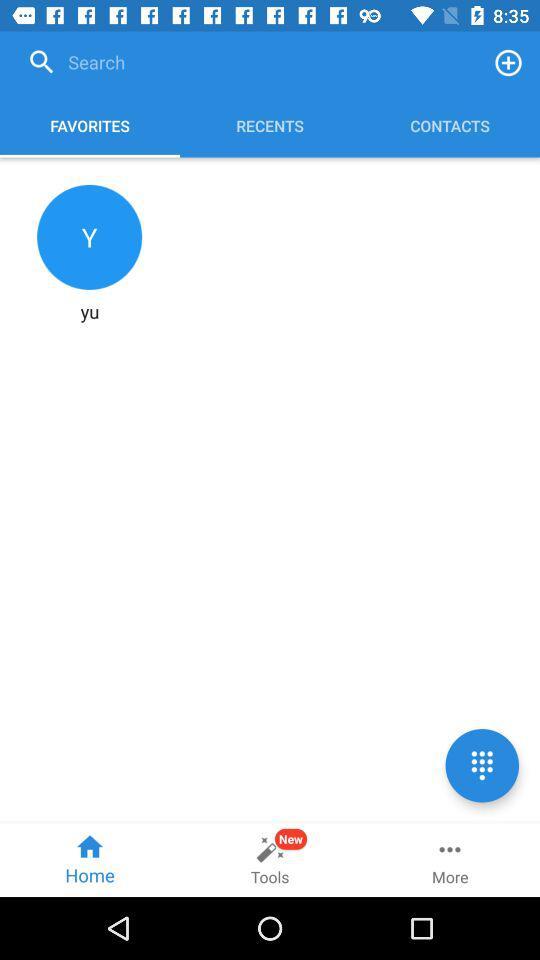  Describe the element at coordinates (248, 62) in the screenshot. I see `the item above favorites item` at that location.